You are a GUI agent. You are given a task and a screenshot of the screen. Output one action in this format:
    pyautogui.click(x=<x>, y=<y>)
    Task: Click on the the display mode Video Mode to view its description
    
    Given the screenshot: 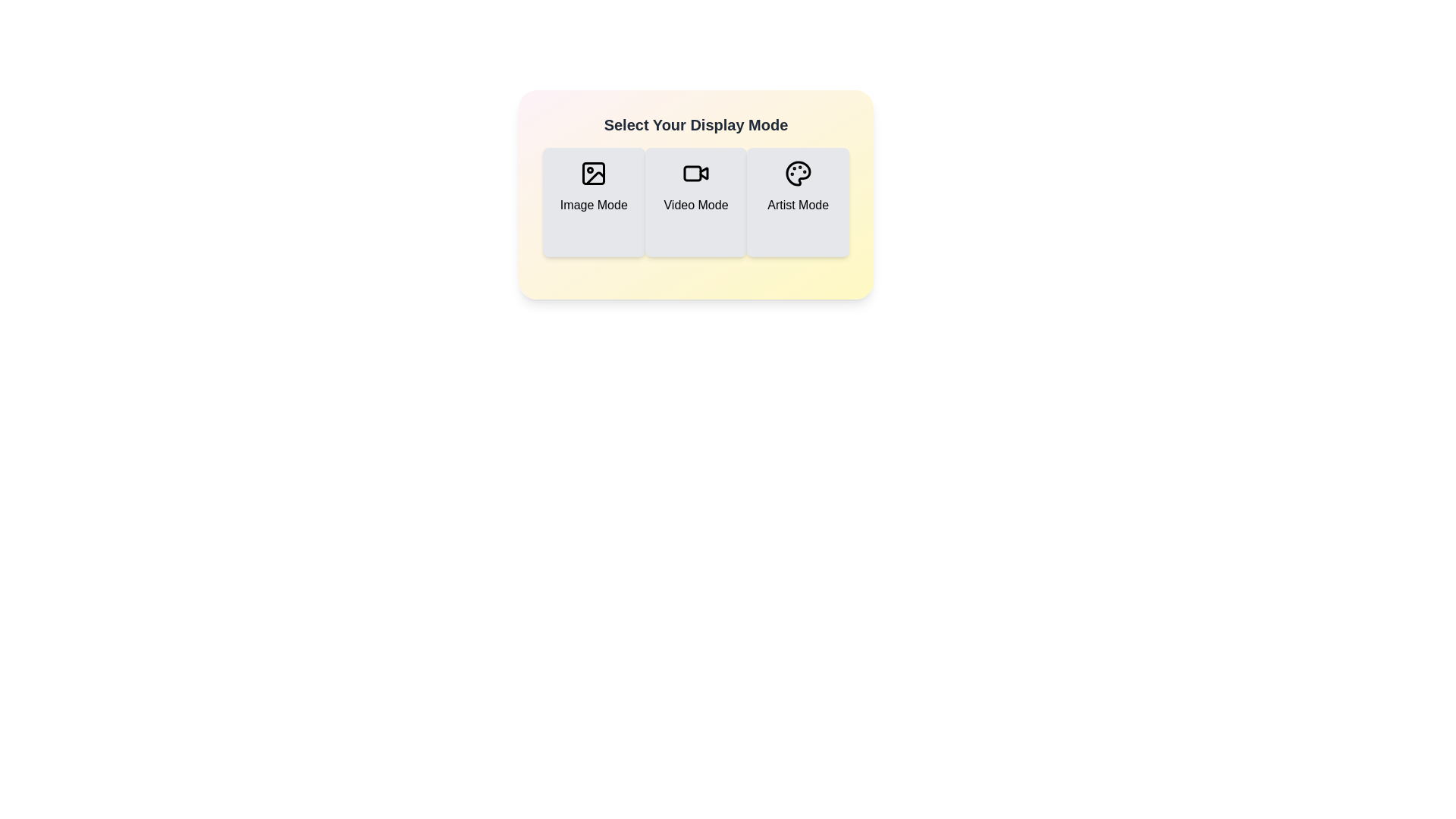 What is the action you would take?
    pyautogui.click(x=695, y=201)
    